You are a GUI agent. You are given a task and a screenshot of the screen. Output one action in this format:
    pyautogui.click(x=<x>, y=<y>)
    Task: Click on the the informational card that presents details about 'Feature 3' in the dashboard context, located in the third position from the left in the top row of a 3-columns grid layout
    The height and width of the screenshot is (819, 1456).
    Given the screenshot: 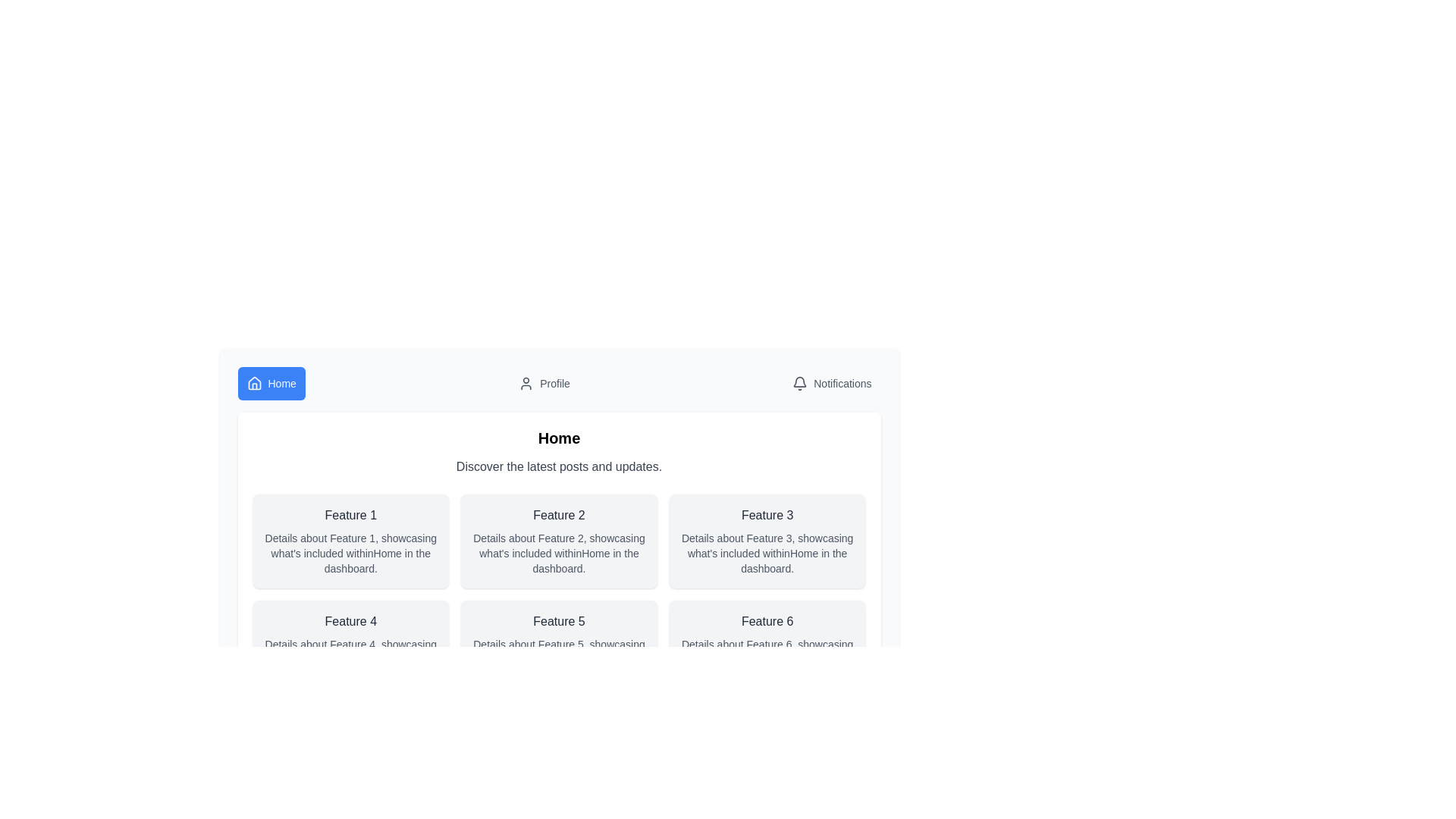 What is the action you would take?
    pyautogui.click(x=767, y=540)
    